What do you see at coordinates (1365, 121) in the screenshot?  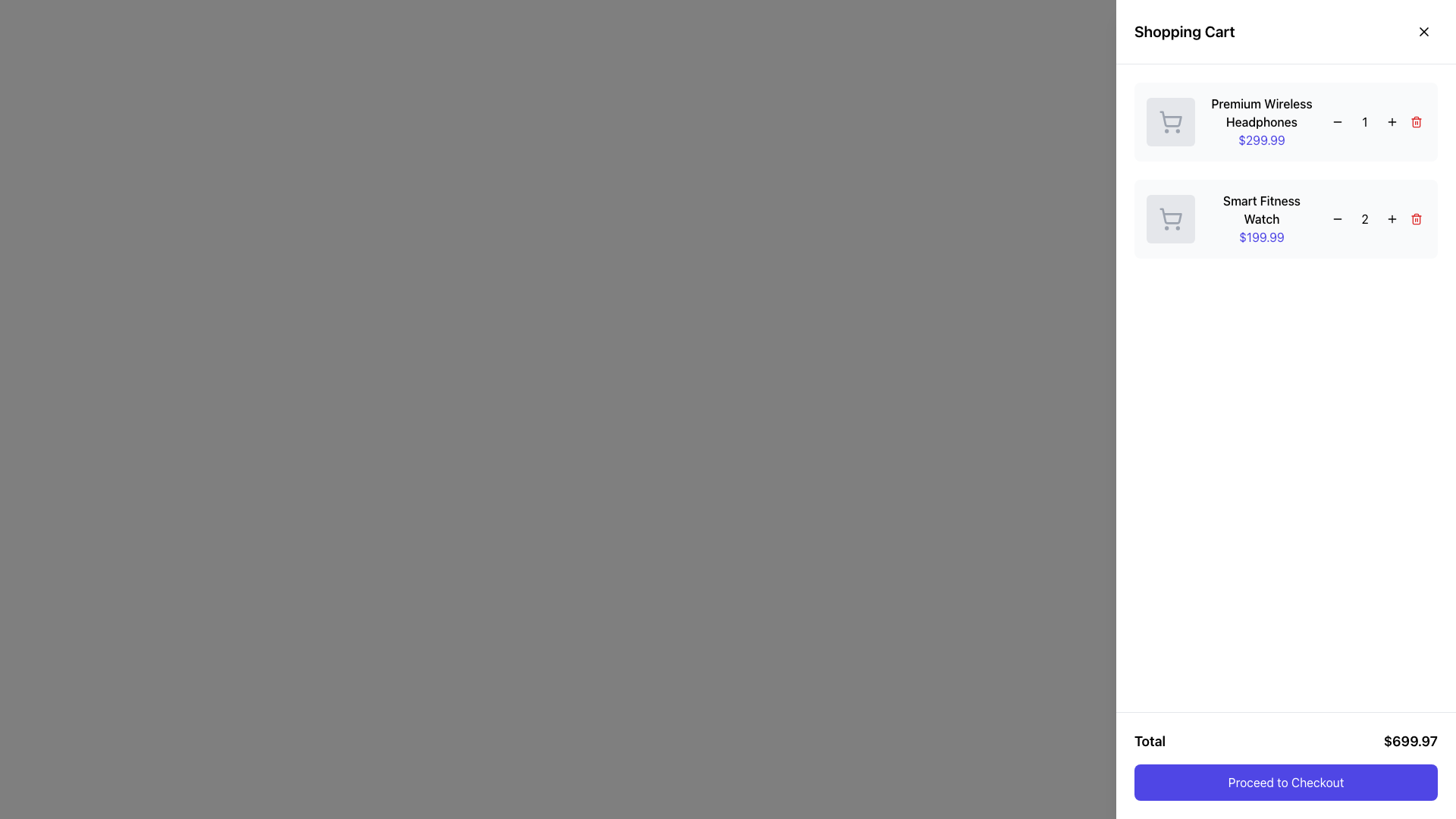 I see `the static text displaying the current quantity of 'Premium Wireless Headphones' in the shopping cart, located between the decrement and increment buttons` at bounding box center [1365, 121].